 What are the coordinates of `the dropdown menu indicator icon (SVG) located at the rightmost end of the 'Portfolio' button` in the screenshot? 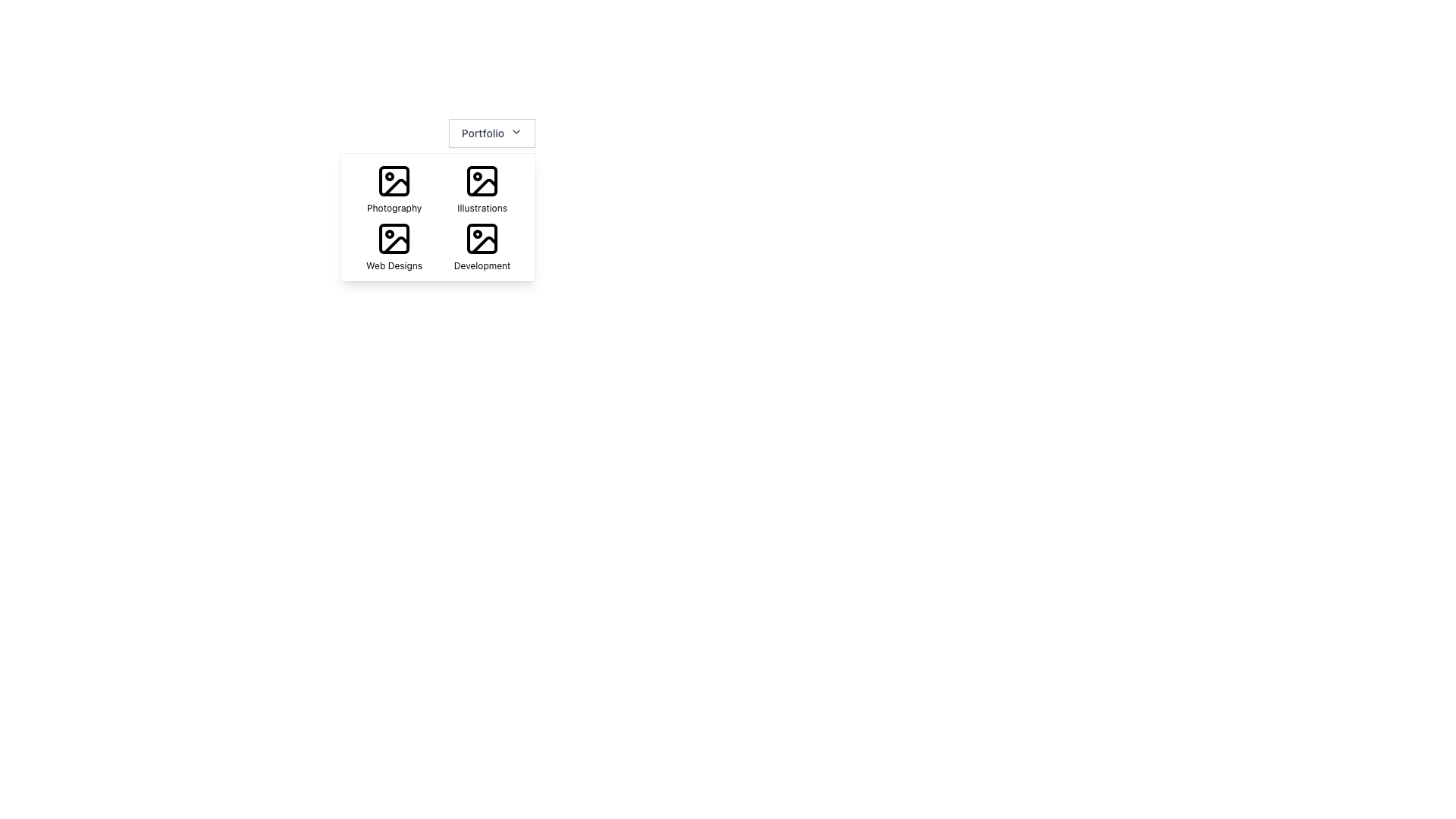 It's located at (516, 130).